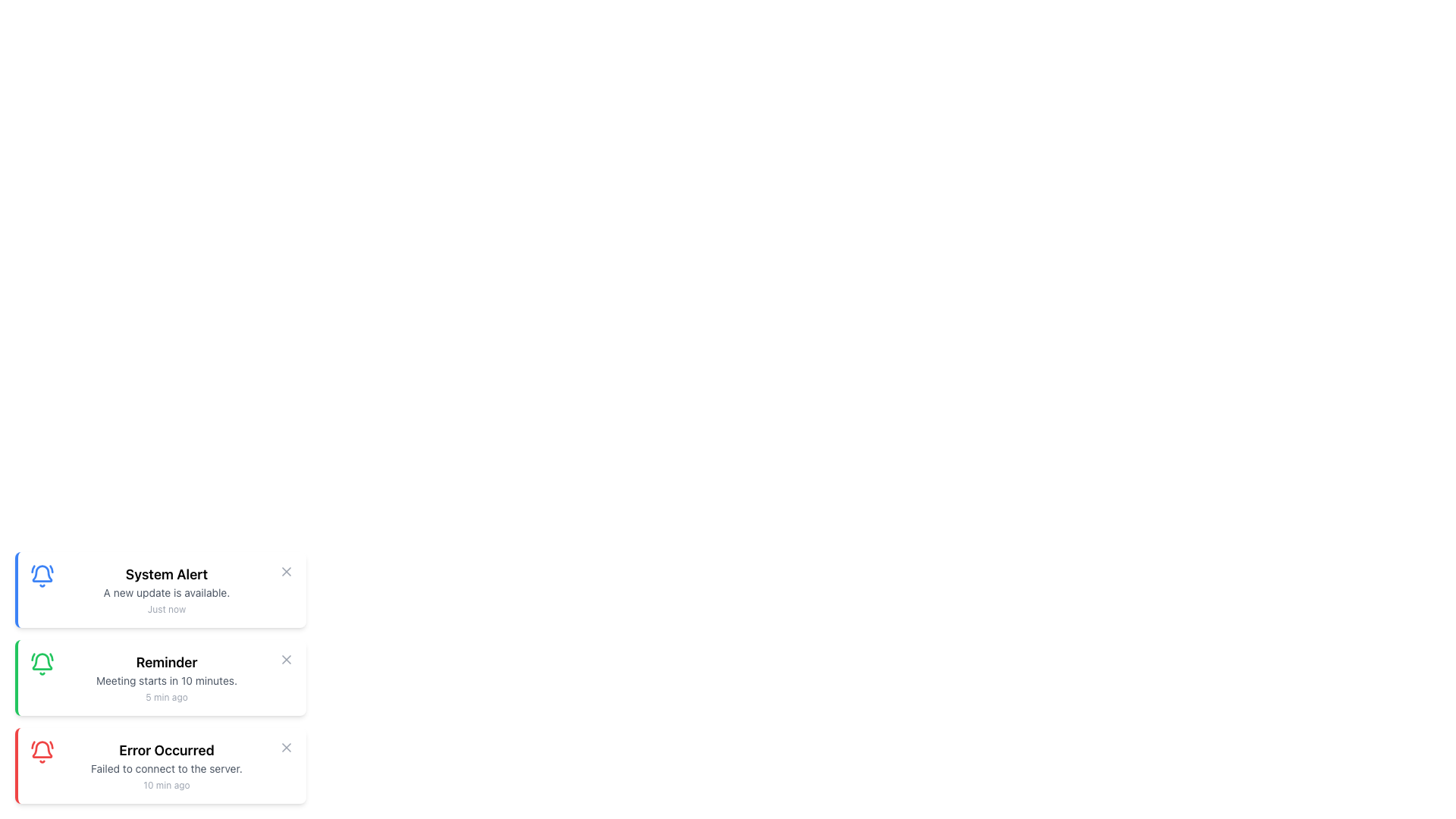  What do you see at coordinates (167, 662) in the screenshot?
I see `the notification title text label, which is centrally positioned at the top of the notification card` at bounding box center [167, 662].